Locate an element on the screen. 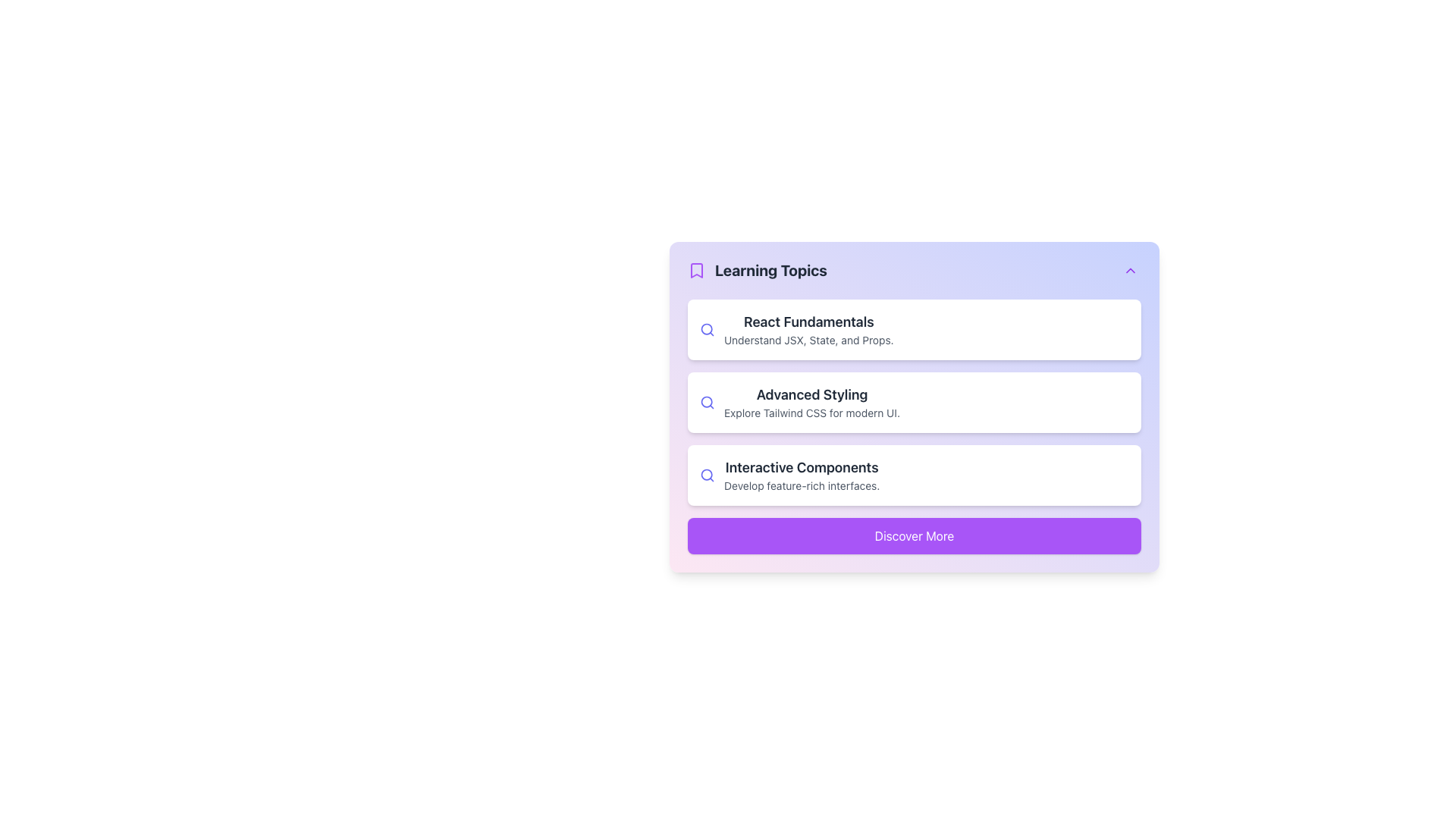 The height and width of the screenshot is (819, 1456). text label that displays 'Develop feature-rich interfaces.' located below the header 'Interactive Components' in the Learning Topics section is located at coordinates (801, 485).